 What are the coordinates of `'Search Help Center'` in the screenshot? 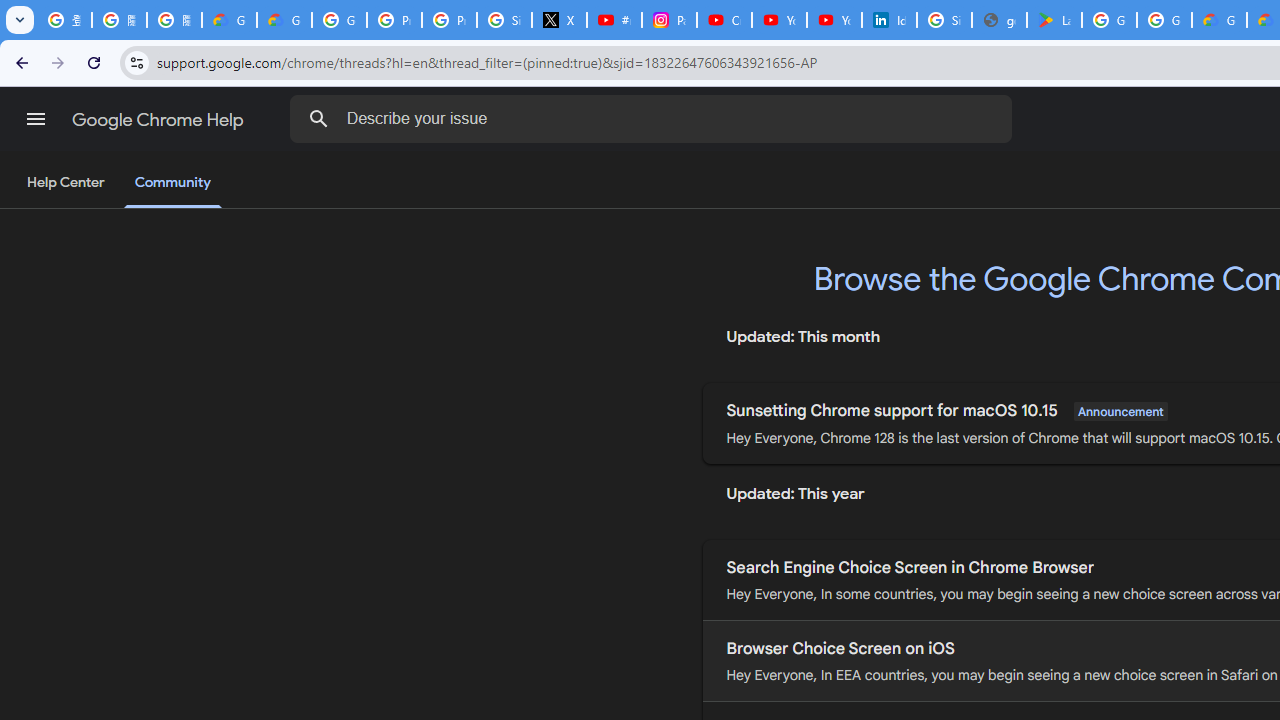 It's located at (317, 118).